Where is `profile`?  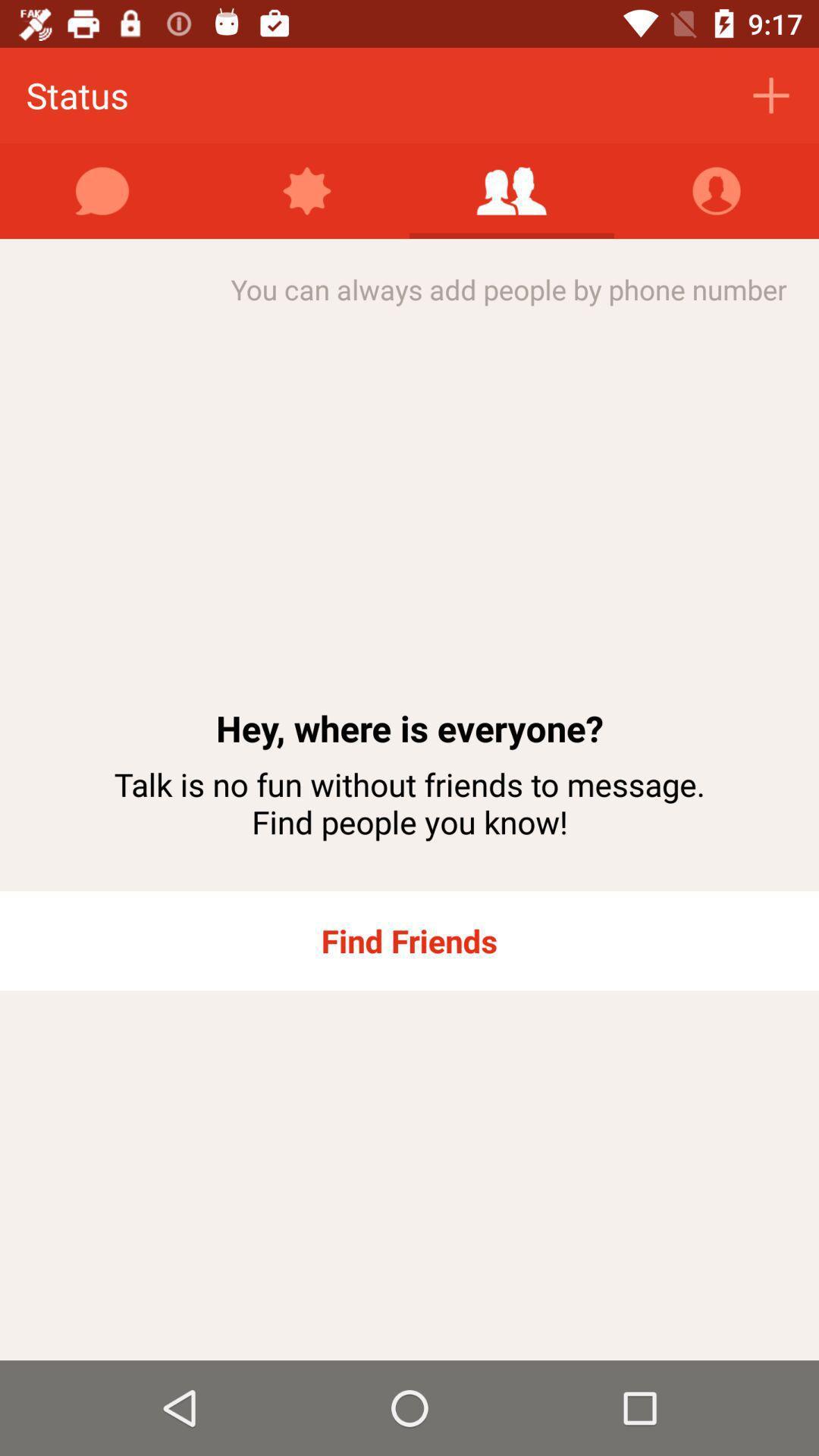 profile is located at coordinates (717, 190).